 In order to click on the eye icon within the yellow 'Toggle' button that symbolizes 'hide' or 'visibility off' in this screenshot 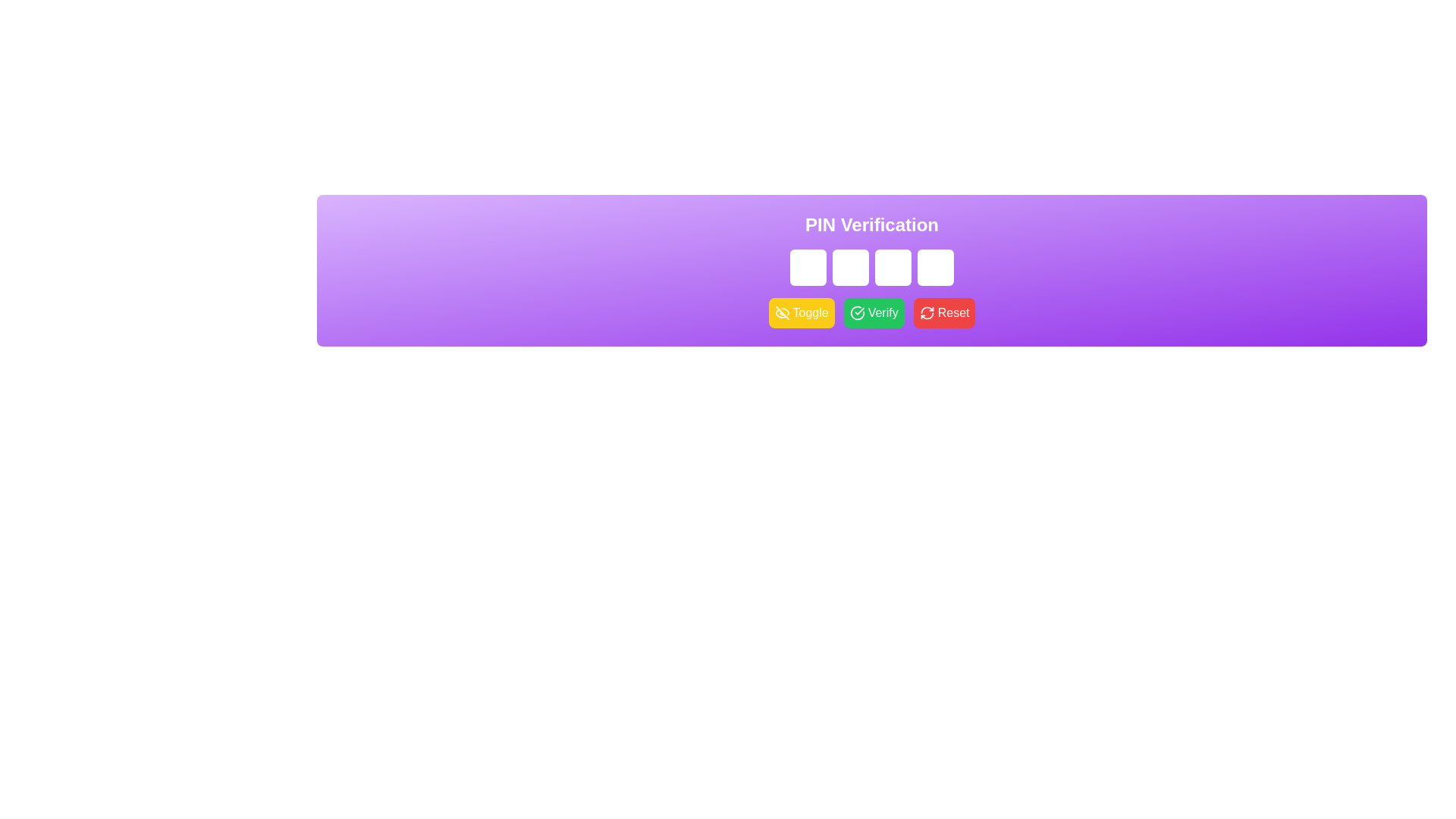, I will do `click(782, 312)`.